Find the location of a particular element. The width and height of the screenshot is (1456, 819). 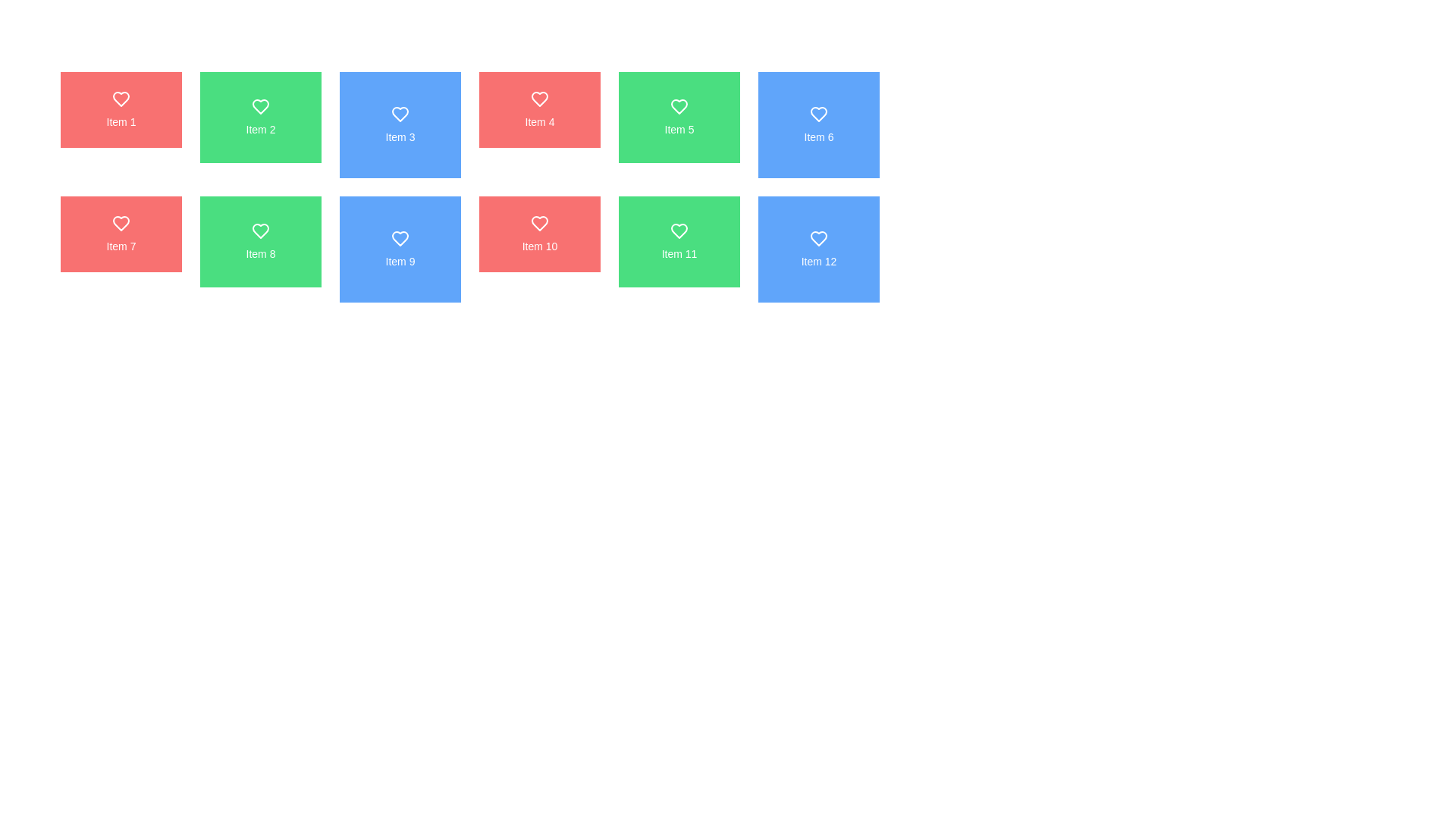

the heart icon centered within the blue square labeled 'Item 9' to like or favorite the item is located at coordinates (400, 239).